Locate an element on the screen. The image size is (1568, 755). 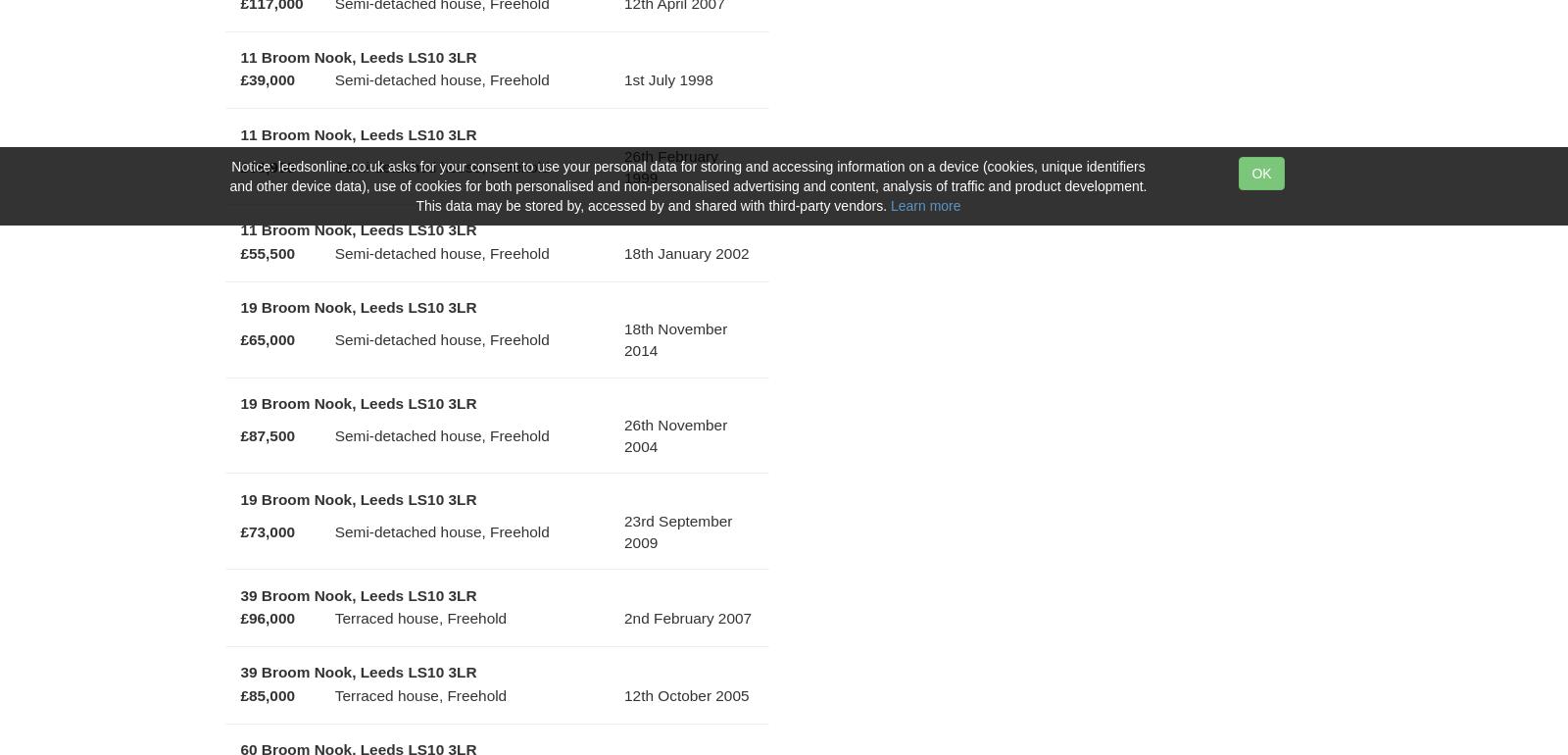
'18th January 2002' is located at coordinates (686, 251).